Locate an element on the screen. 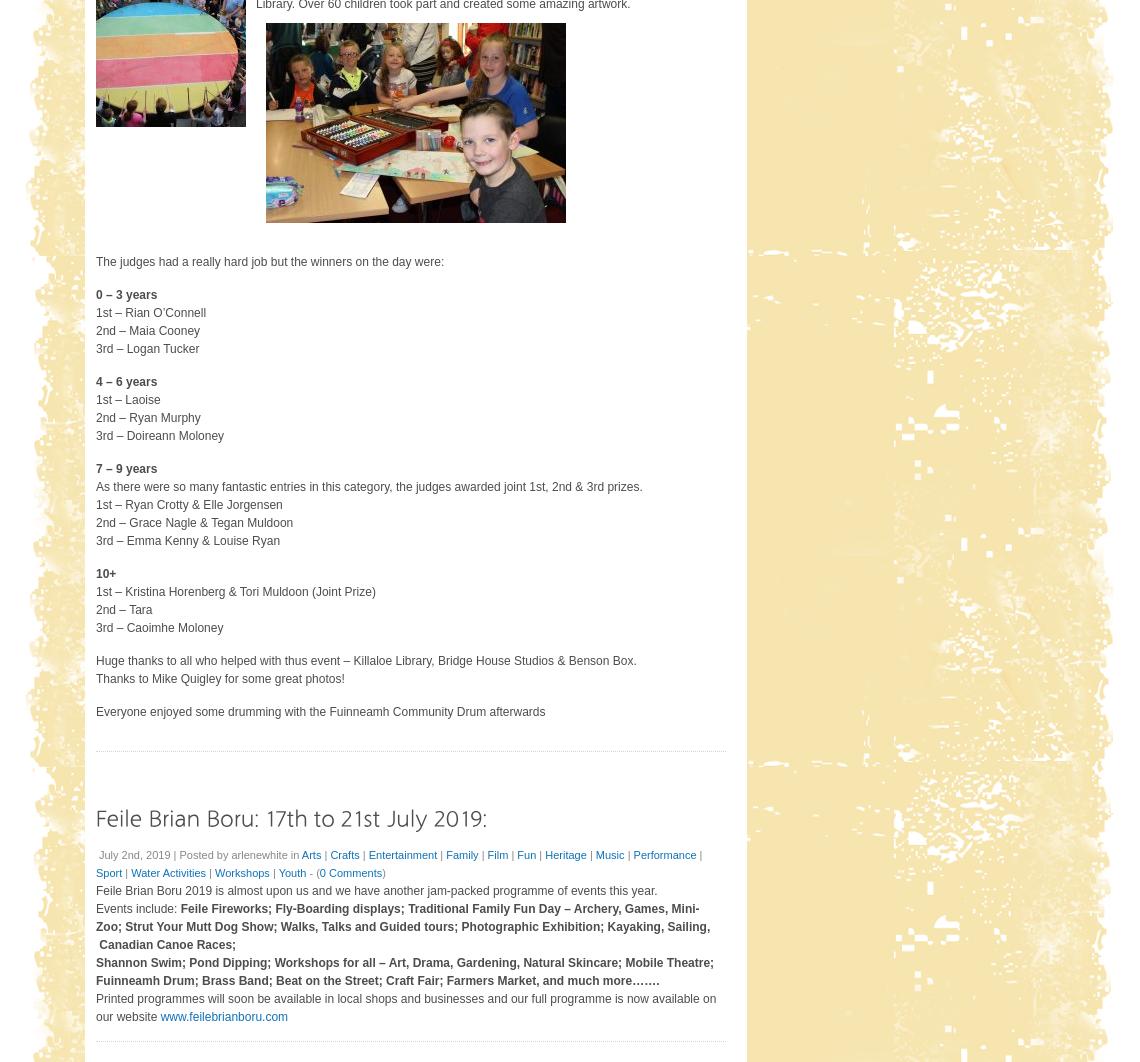  '3rd – Doireann Moloney' is located at coordinates (160, 433).